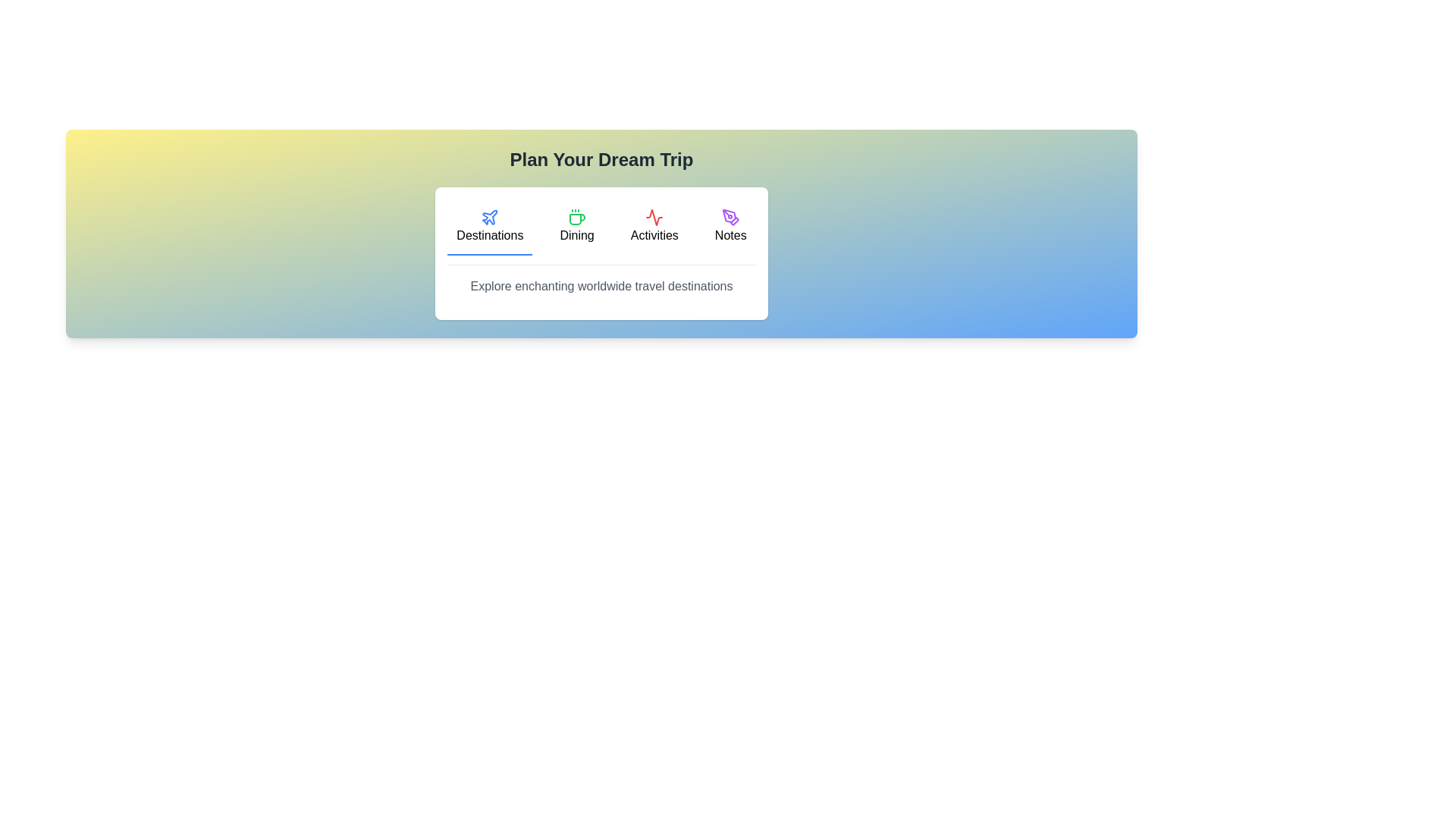  I want to click on the tab labeled Dining, so click(576, 227).